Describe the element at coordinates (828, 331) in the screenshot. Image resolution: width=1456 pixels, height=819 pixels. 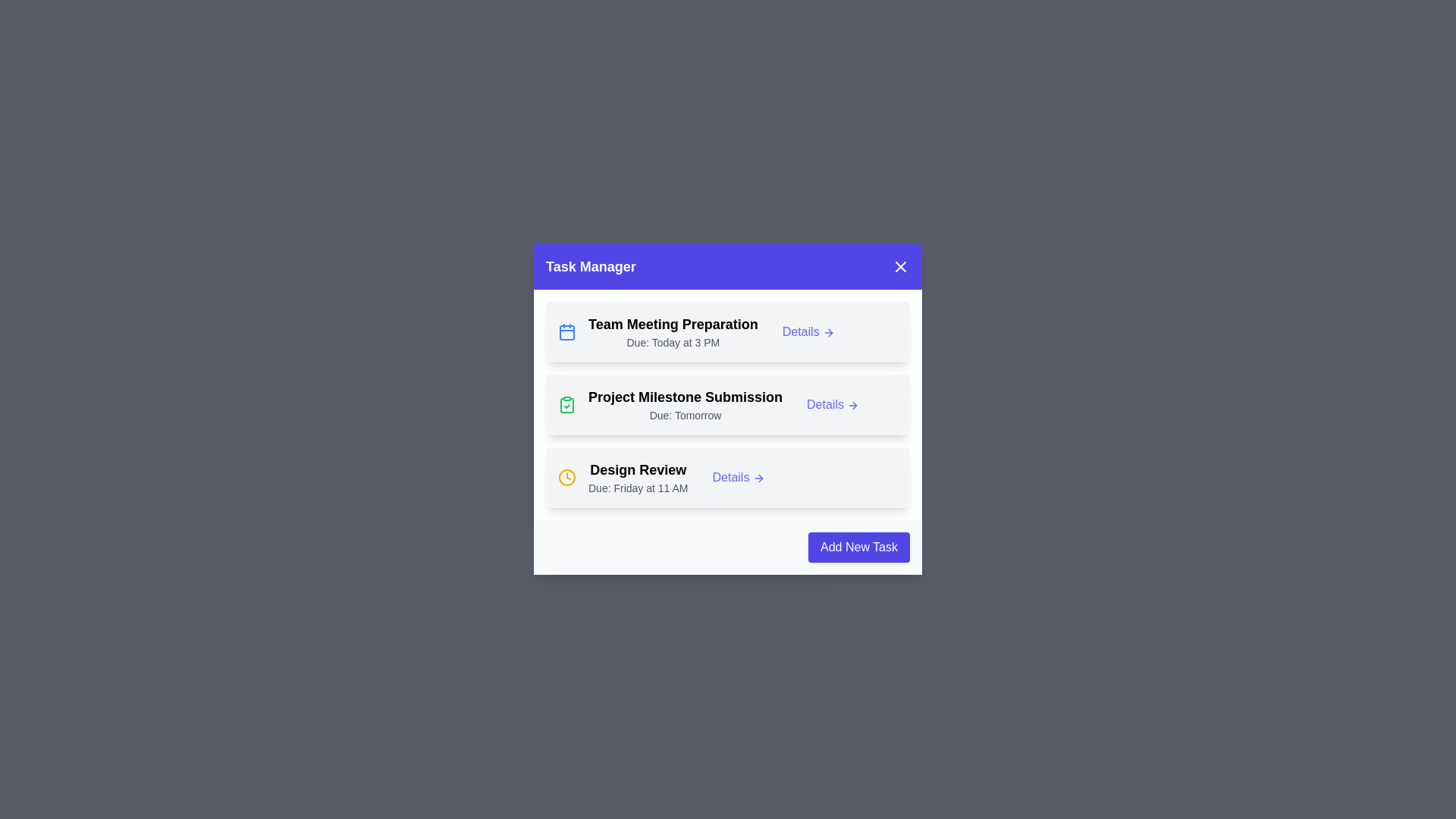
I see `the rightward-pointing arrow icon embedded in the hyperlink labeled 'Details'` at that location.